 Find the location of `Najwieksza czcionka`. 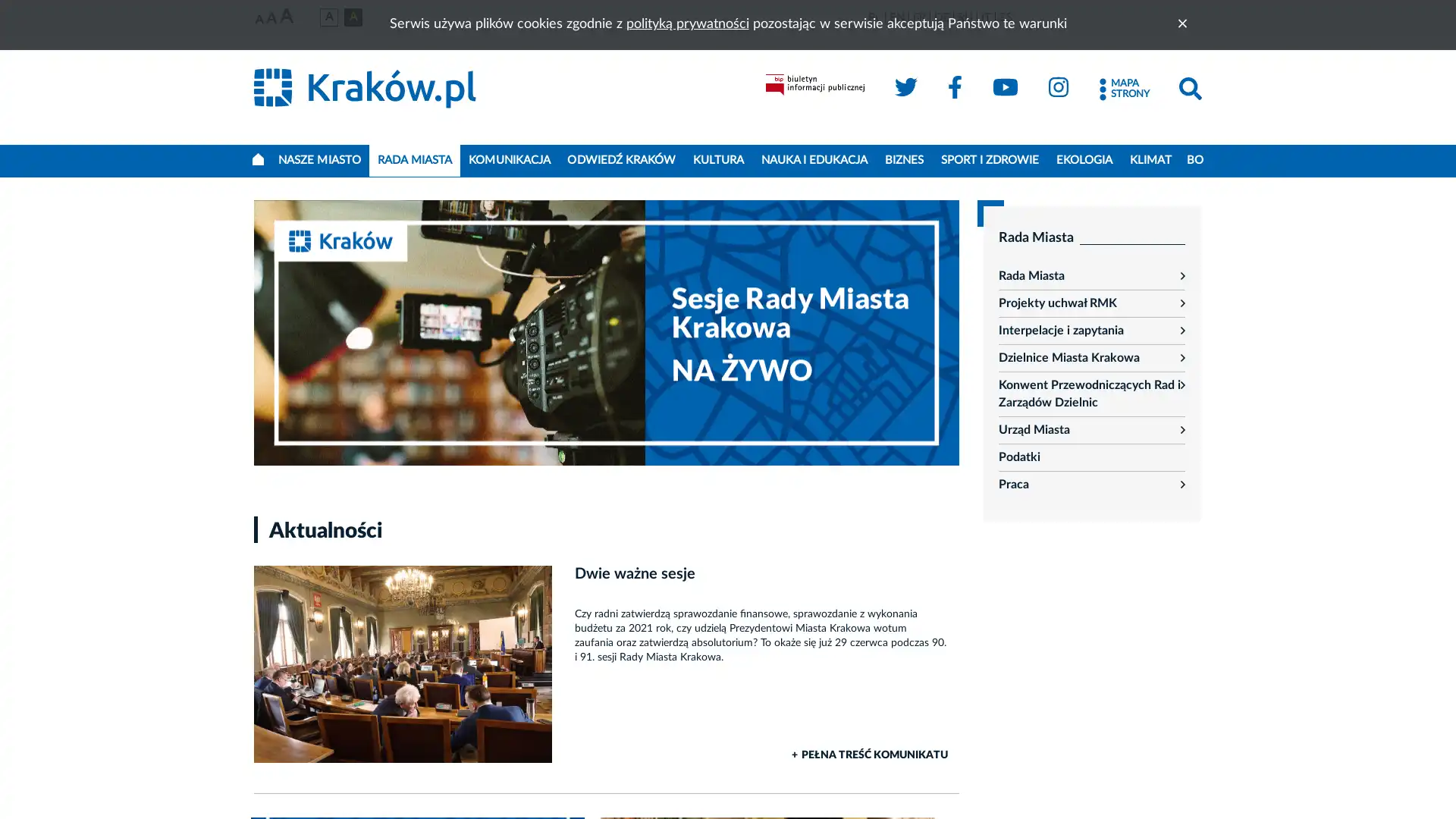

Najwieksza czcionka is located at coordinates (286, 17).